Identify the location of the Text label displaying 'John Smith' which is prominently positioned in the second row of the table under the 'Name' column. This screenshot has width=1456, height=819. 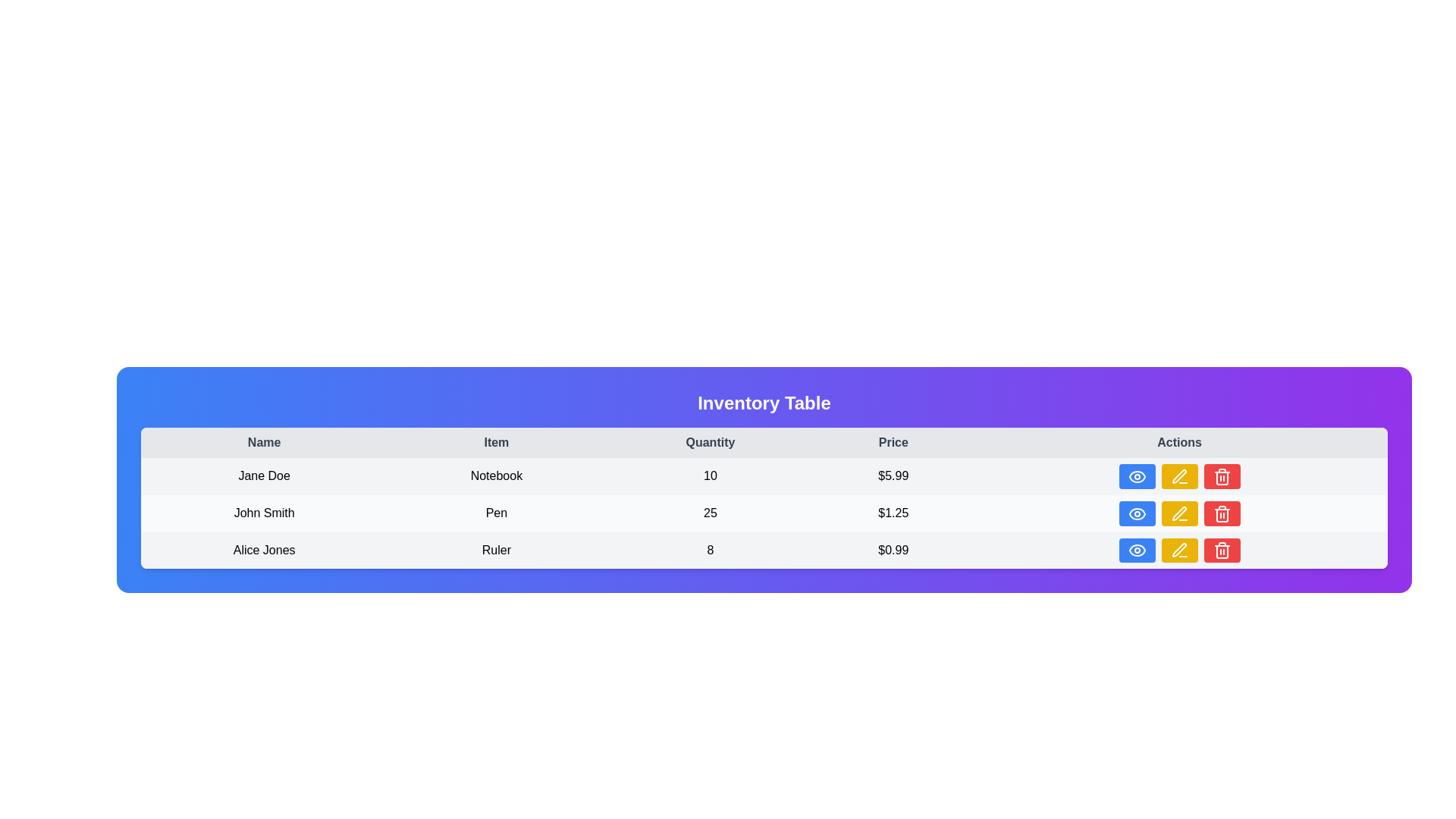
(264, 513).